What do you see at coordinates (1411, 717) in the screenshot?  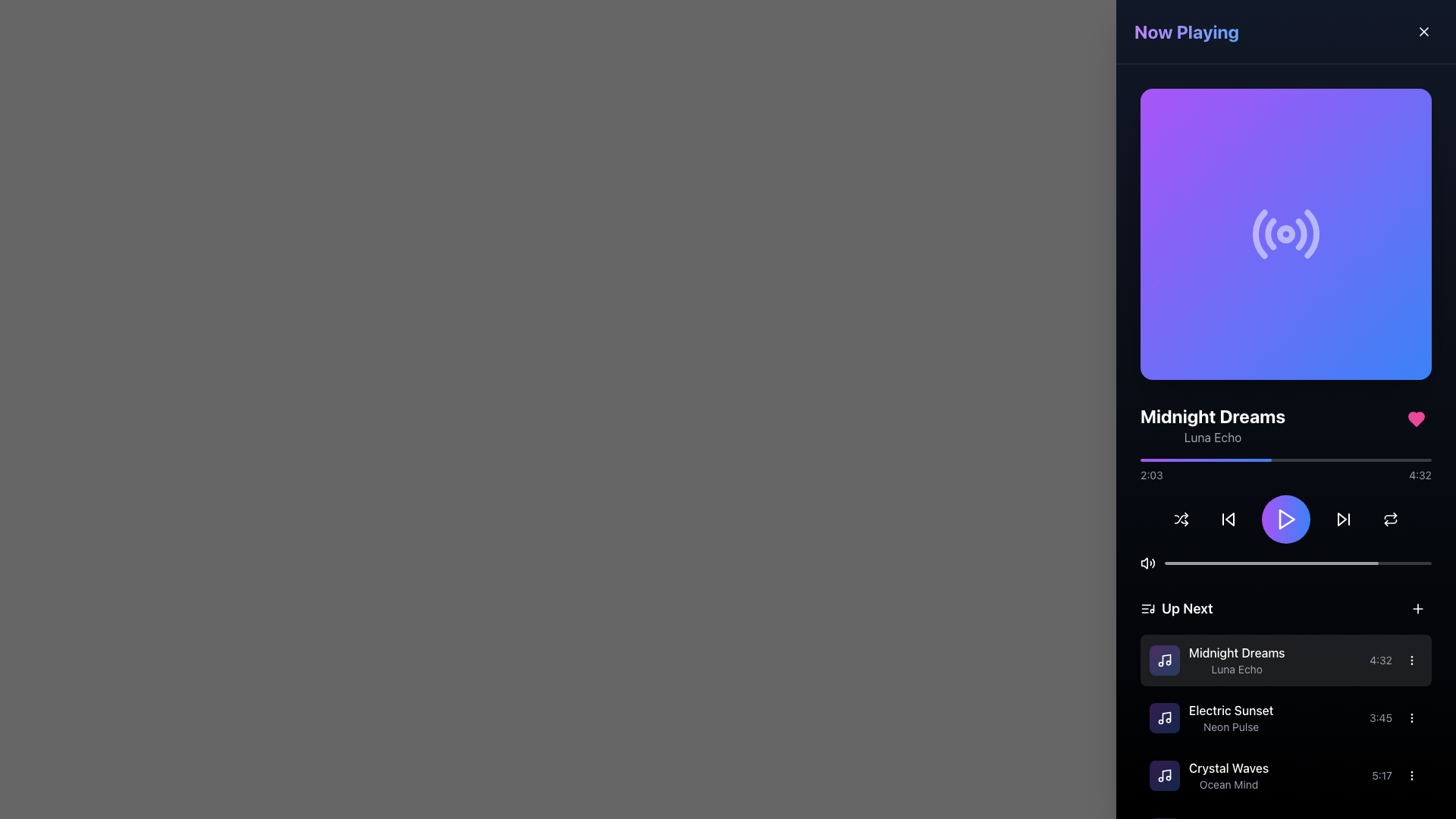 I see `the context menu trigger icon button for the 'Electric Sunset' track located in the 'Up Next' section to activate hover effects` at bounding box center [1411, 717].